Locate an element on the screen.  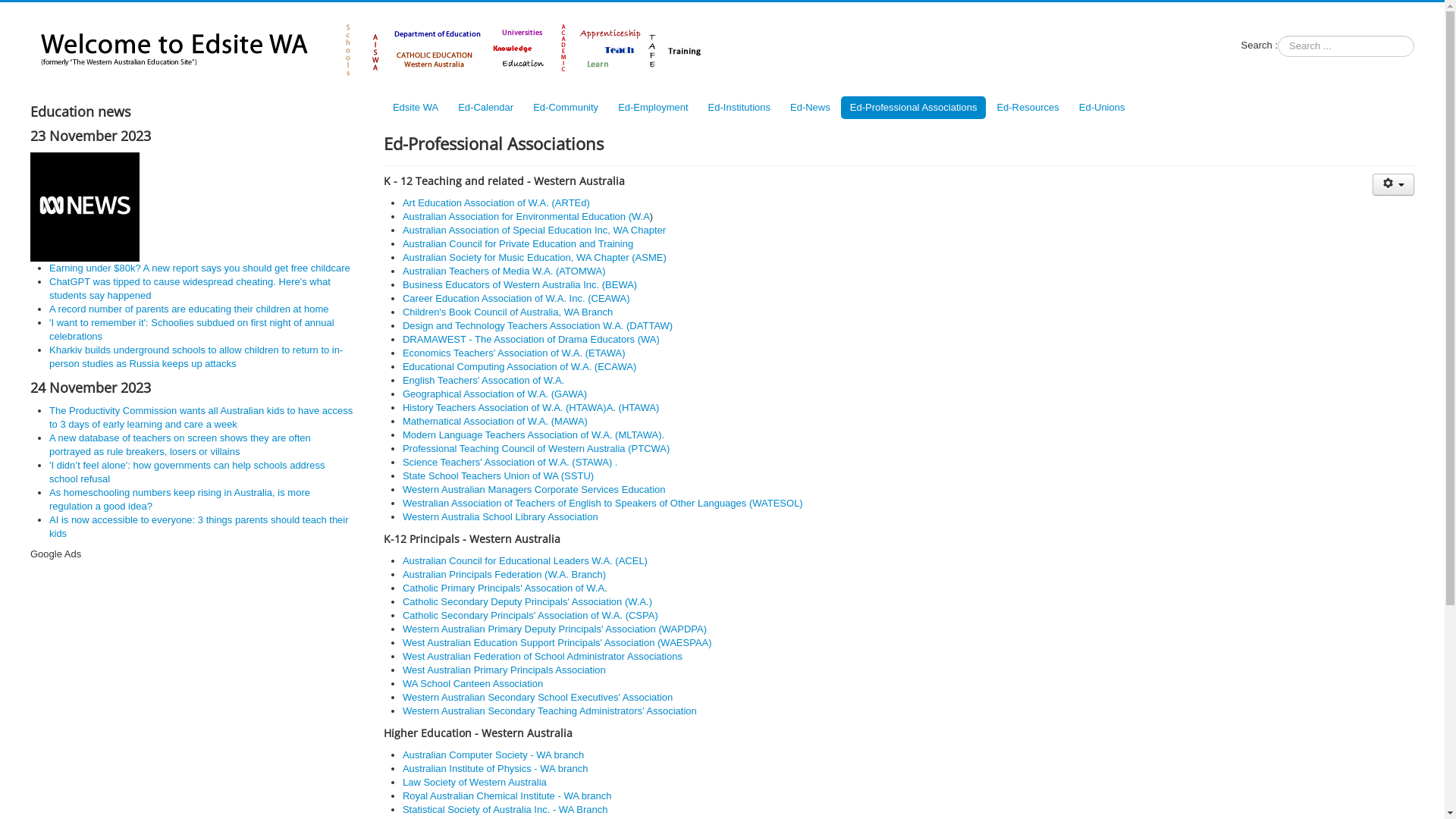
'Ed-Community' is located at coordinates (564, 107).